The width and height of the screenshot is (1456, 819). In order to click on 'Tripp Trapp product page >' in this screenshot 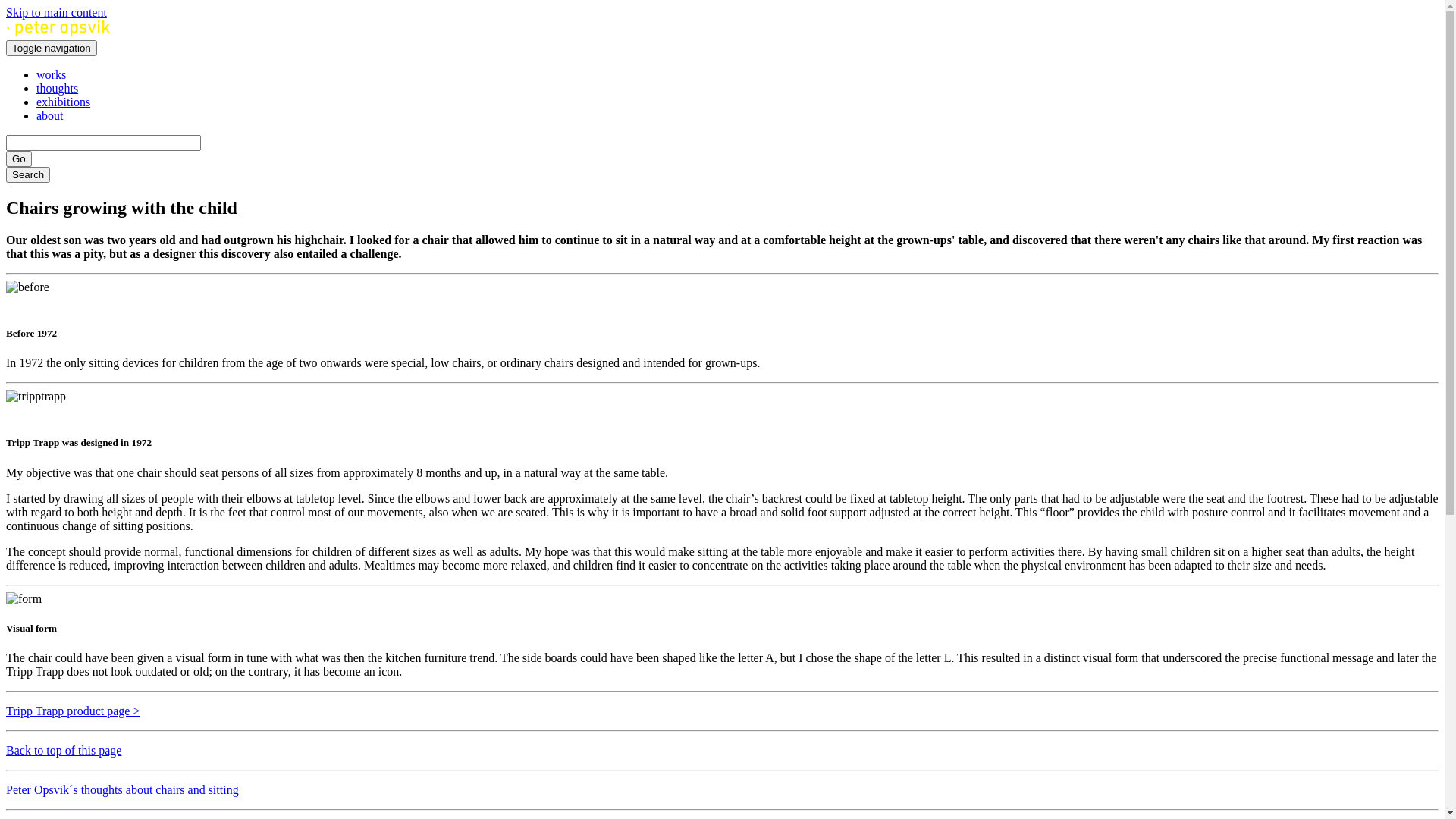, I will do `click(72, 711)`.